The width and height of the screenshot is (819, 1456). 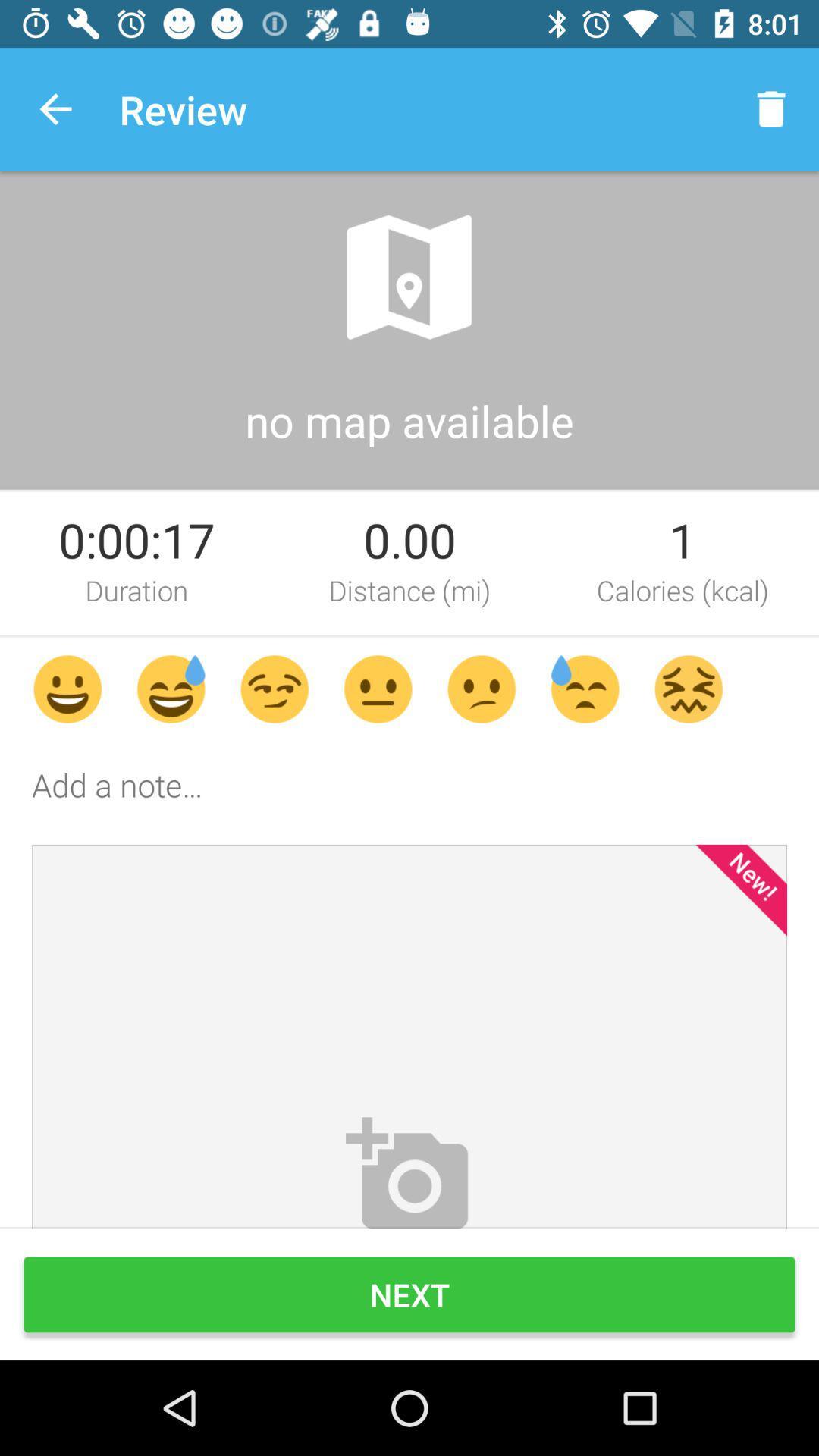 What do you see at coordinates (409, 1169) in the screenshot?
I see `camera icon` at bounding box center [409, 1169].